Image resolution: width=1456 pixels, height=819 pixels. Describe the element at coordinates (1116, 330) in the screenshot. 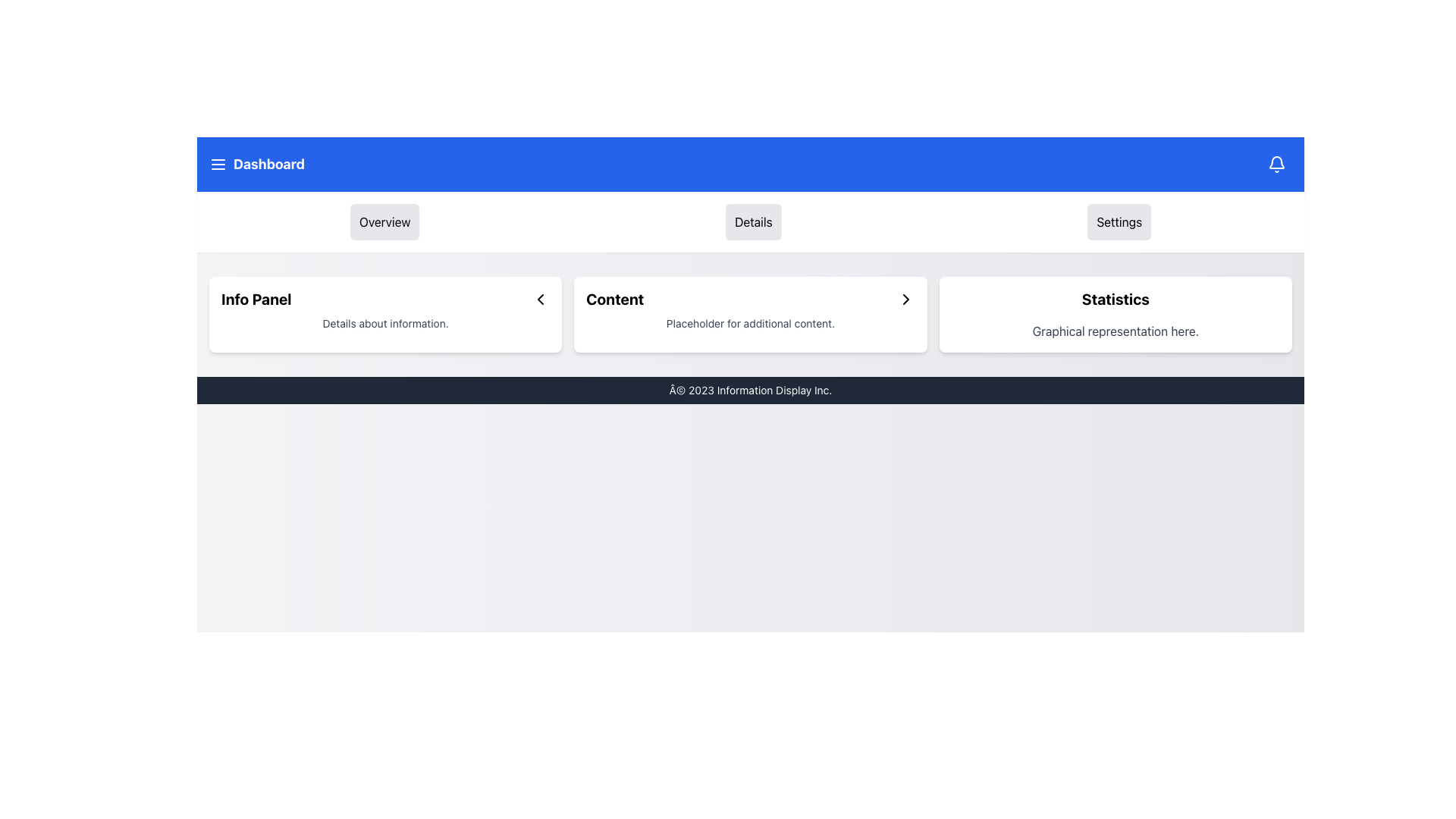

I see `the descriptive label indicating graphical content or data visualization located at the bottom of the 'Statistics' card` at that location.